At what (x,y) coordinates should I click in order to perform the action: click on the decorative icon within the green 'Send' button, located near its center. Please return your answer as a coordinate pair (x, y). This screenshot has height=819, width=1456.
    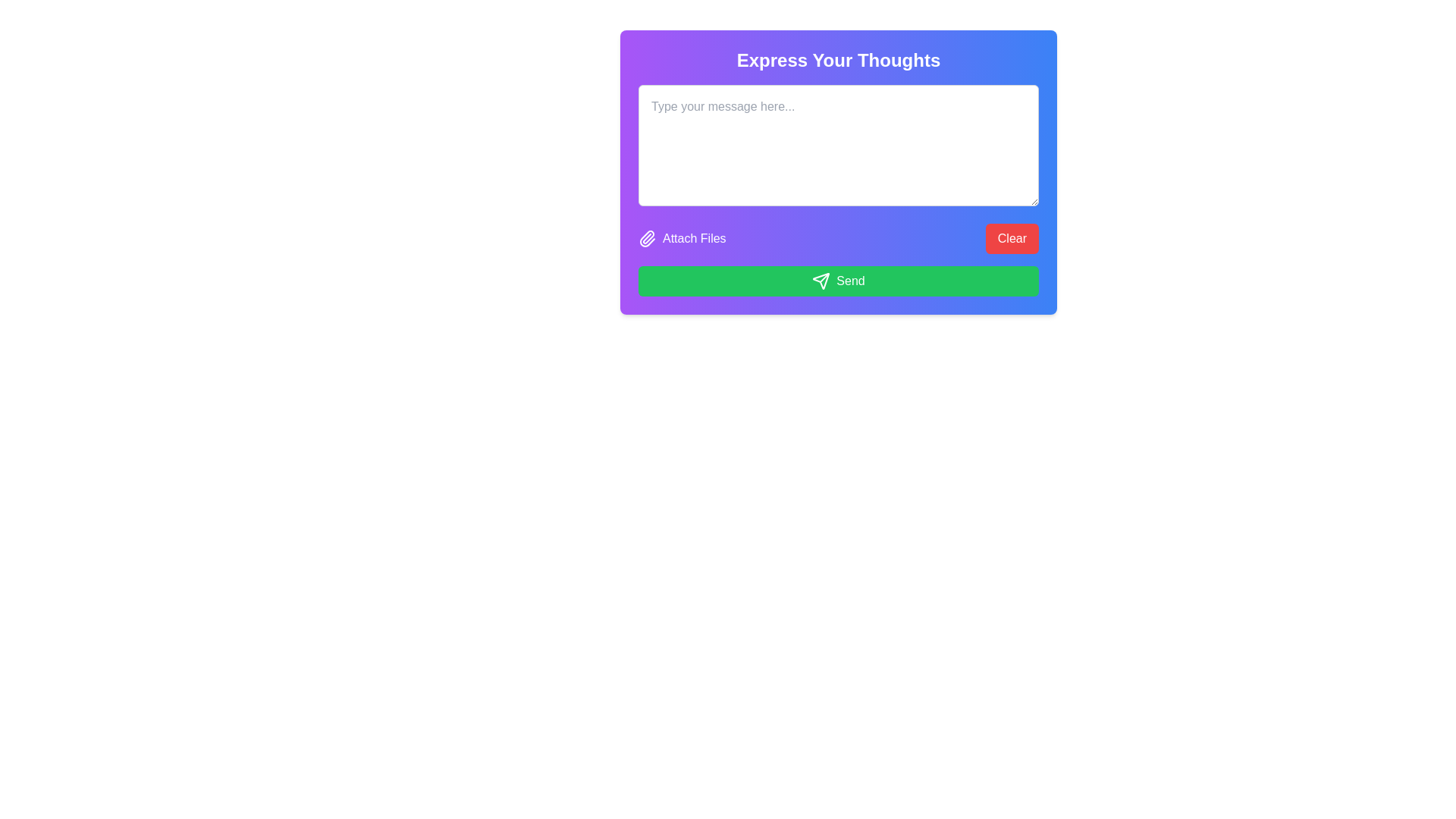
    Looking at the image, I should click on (821, 281).